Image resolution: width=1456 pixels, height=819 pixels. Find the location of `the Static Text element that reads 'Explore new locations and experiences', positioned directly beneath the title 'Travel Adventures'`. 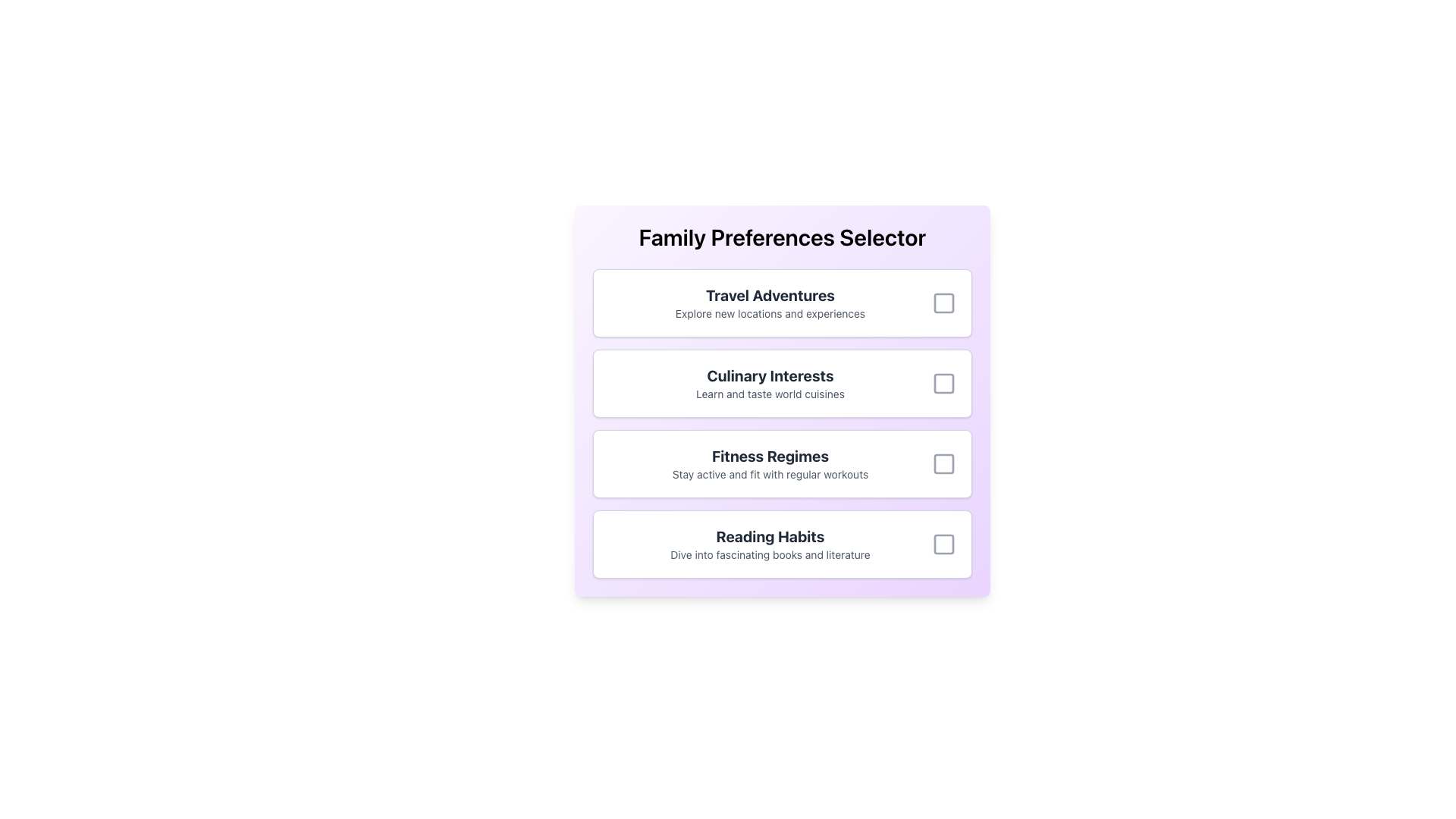

the Static Text element that reads 'Explore new locations and experiences', positioned directly beneath the title 'Travel Adventures' is located at coordinates (770, 312).